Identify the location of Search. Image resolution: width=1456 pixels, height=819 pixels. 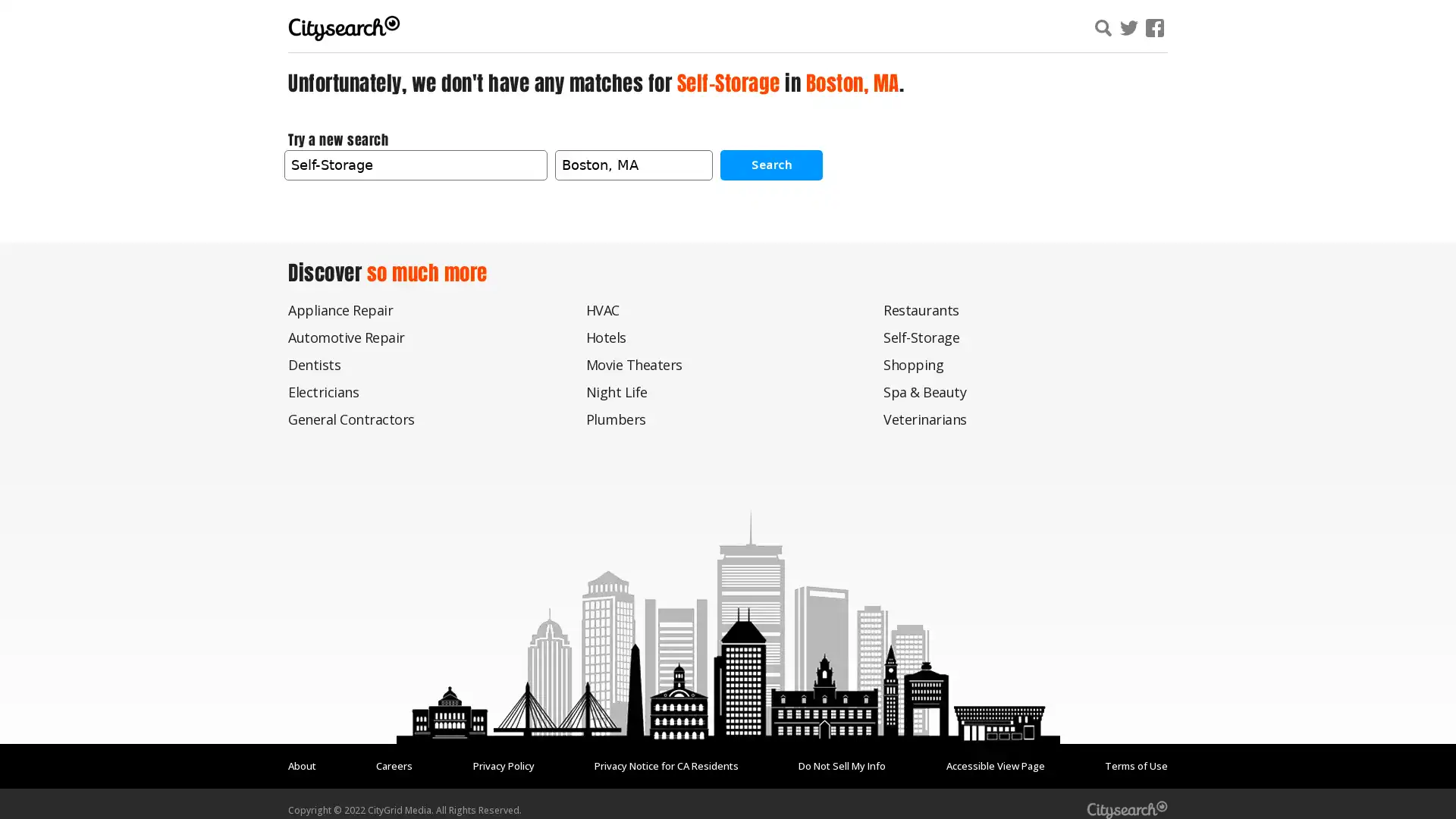
(771, 164).